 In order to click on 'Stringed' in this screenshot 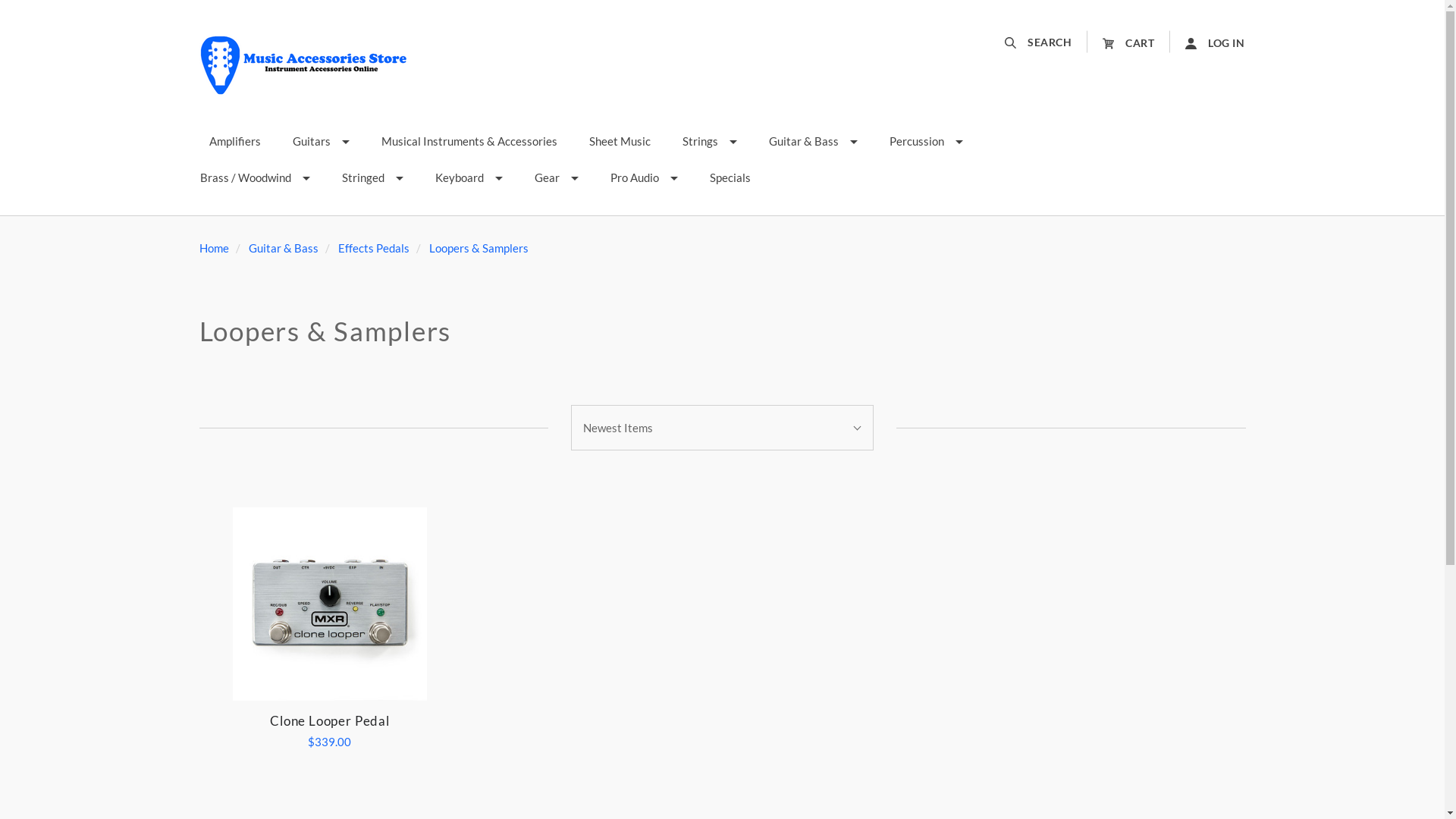, I will do `click(372, 177)`.